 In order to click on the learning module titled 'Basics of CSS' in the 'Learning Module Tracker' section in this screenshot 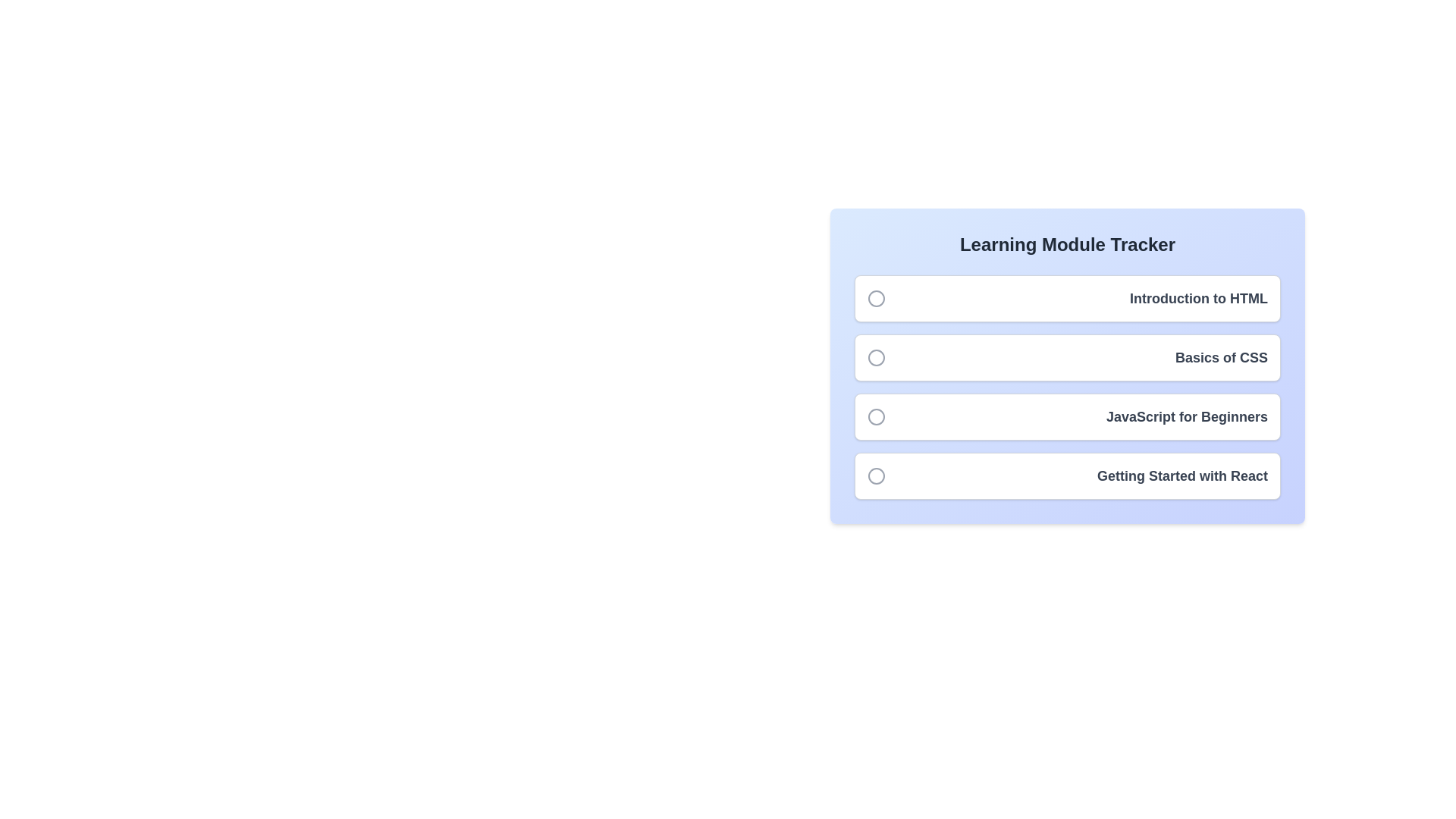, I will do `click(1066, 357)`.